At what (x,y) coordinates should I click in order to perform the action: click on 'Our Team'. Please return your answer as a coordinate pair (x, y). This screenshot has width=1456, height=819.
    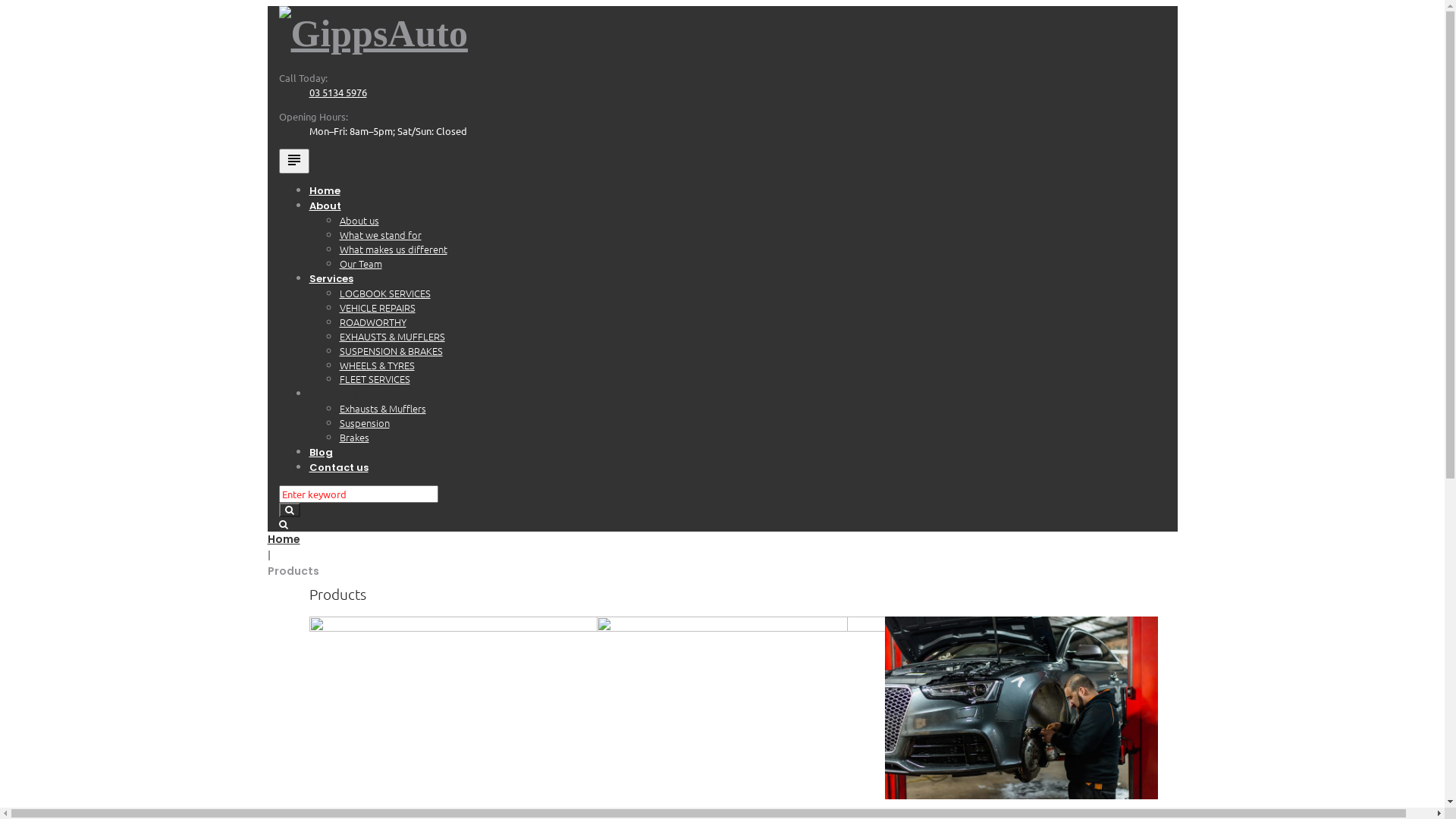
    Looking at the image, I should click on (359, 262).